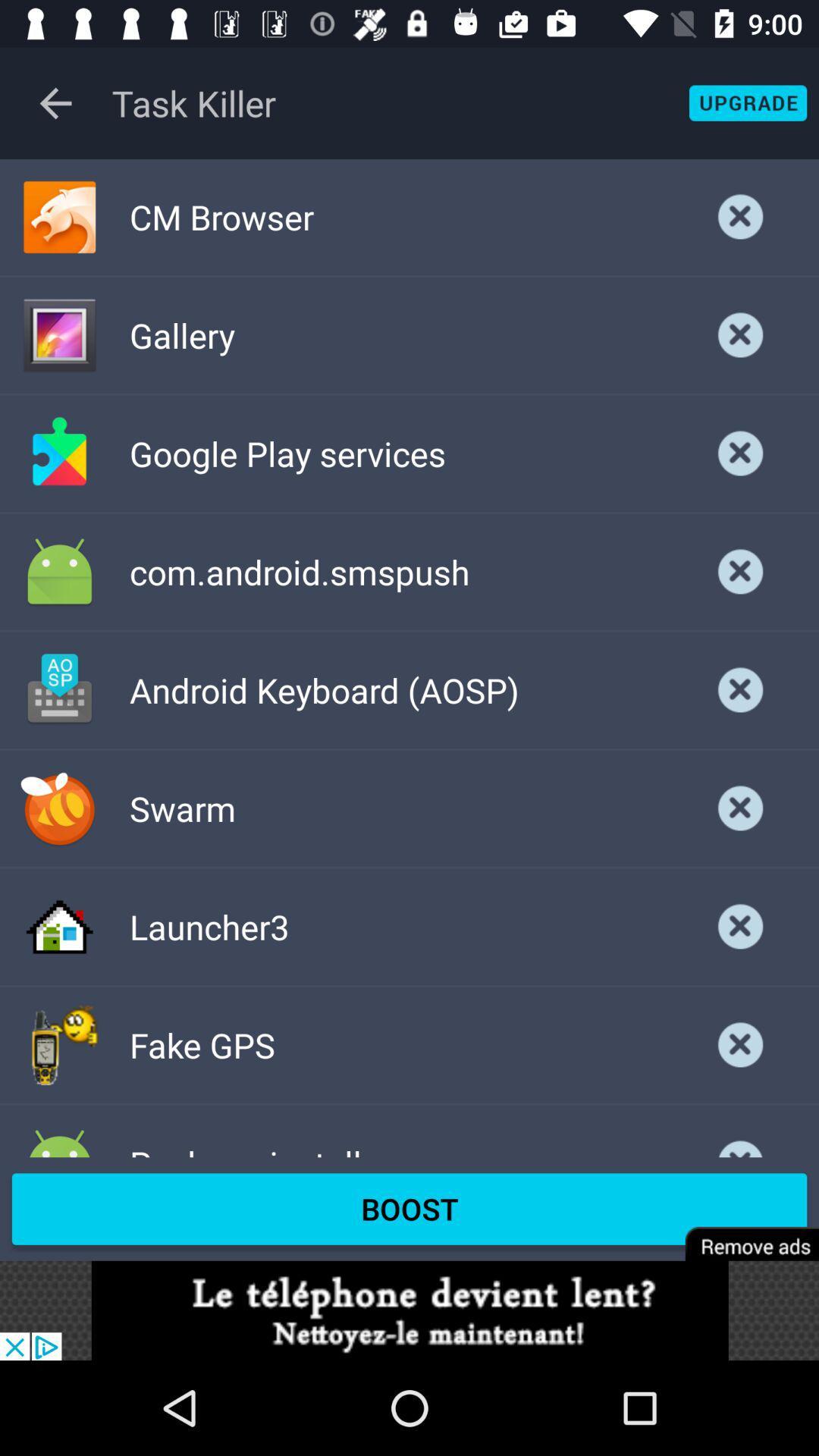 The width and height of the screenshot is (819, 1456). What do you see at coordinates (740, 1044) in the screenshot?
I see `remove section` at bounding box center [740, 1044].